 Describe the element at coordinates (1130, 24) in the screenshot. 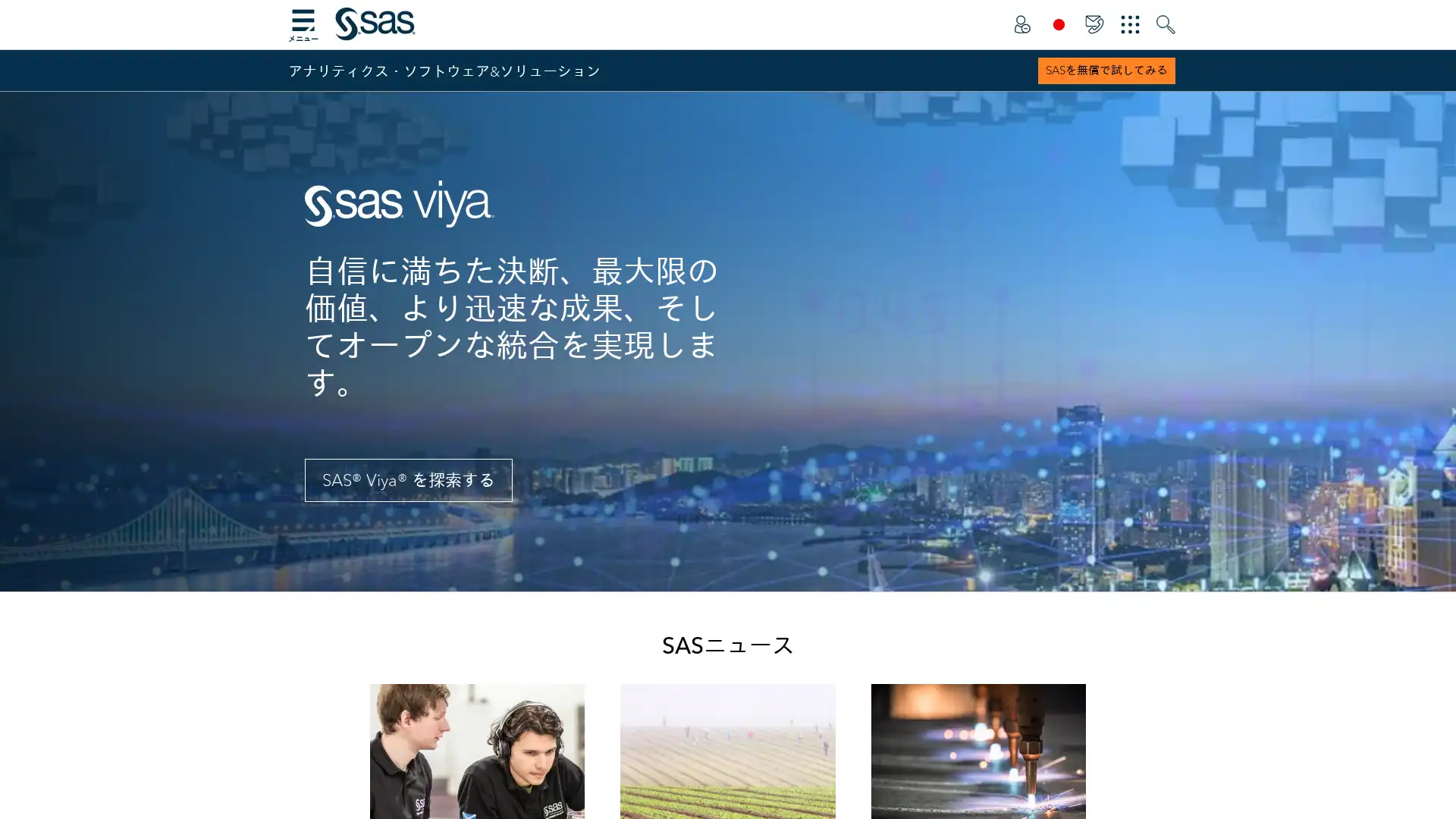

I see `SAS Sites` at that location.